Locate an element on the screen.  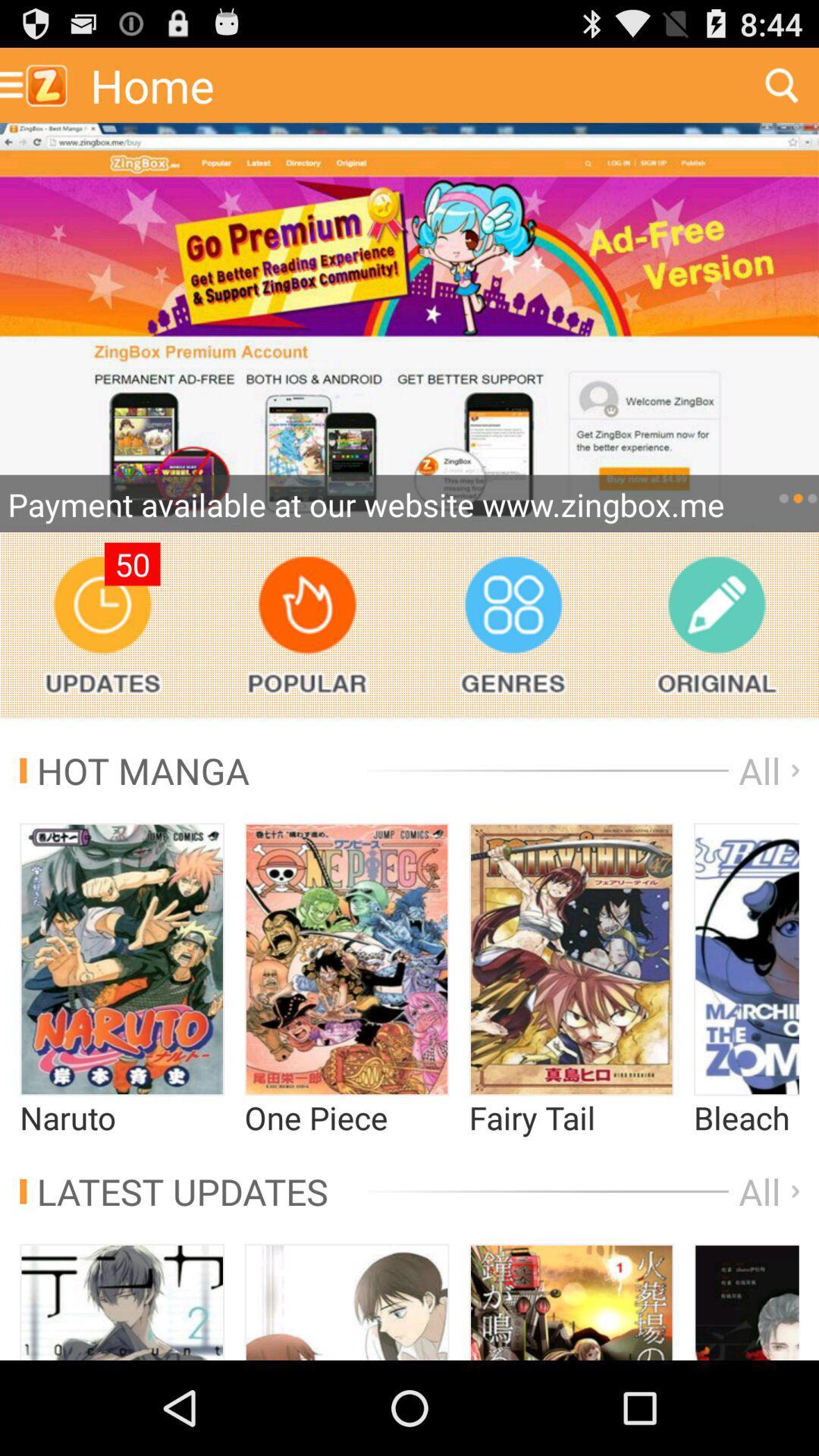
open file is located at coordinates (745, 959).